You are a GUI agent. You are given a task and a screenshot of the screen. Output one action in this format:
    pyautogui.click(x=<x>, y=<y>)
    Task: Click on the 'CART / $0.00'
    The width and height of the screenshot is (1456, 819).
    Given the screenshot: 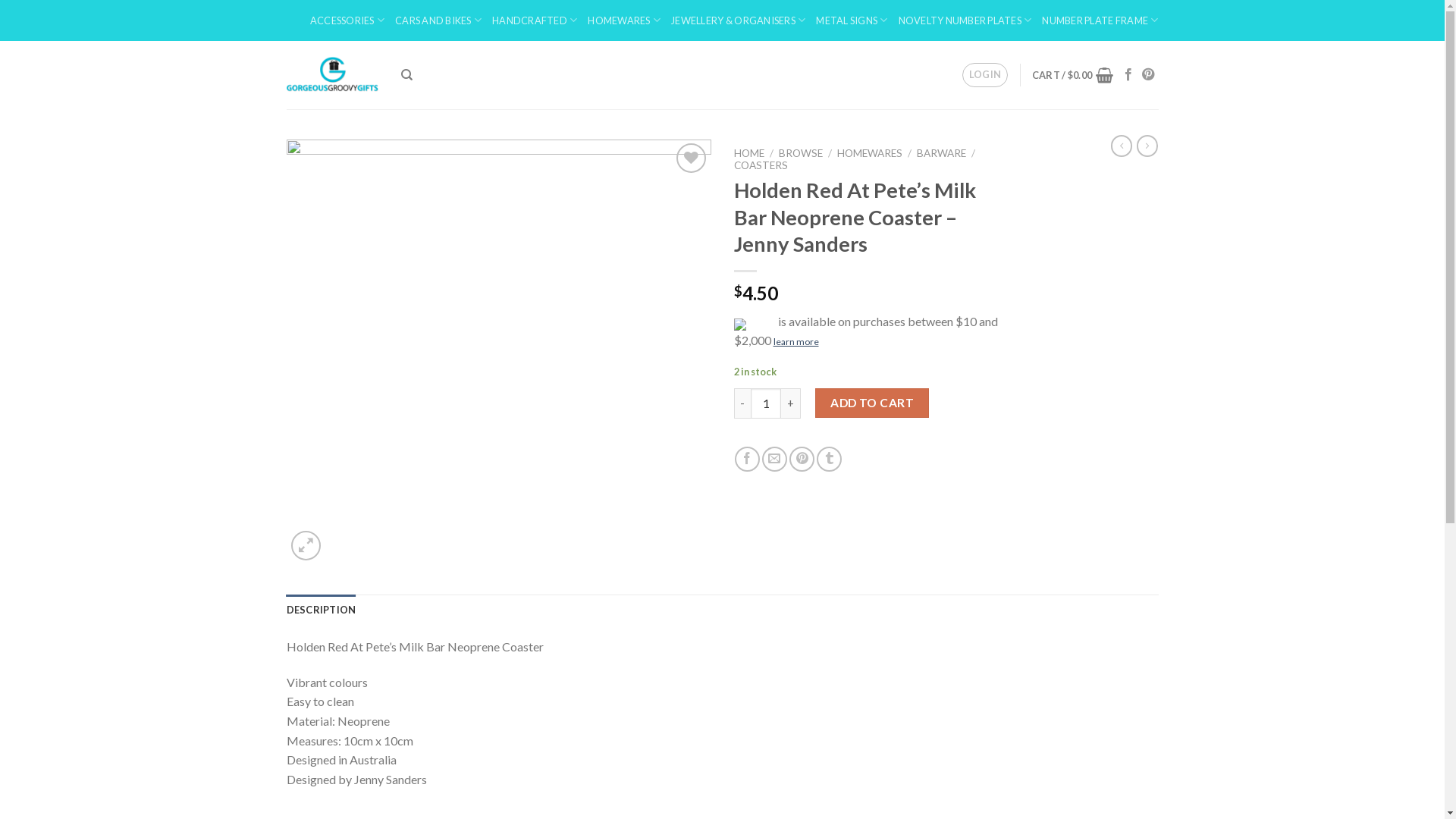 What is the action you would take?
    pyautogui.click(x=1072, y=75)
    